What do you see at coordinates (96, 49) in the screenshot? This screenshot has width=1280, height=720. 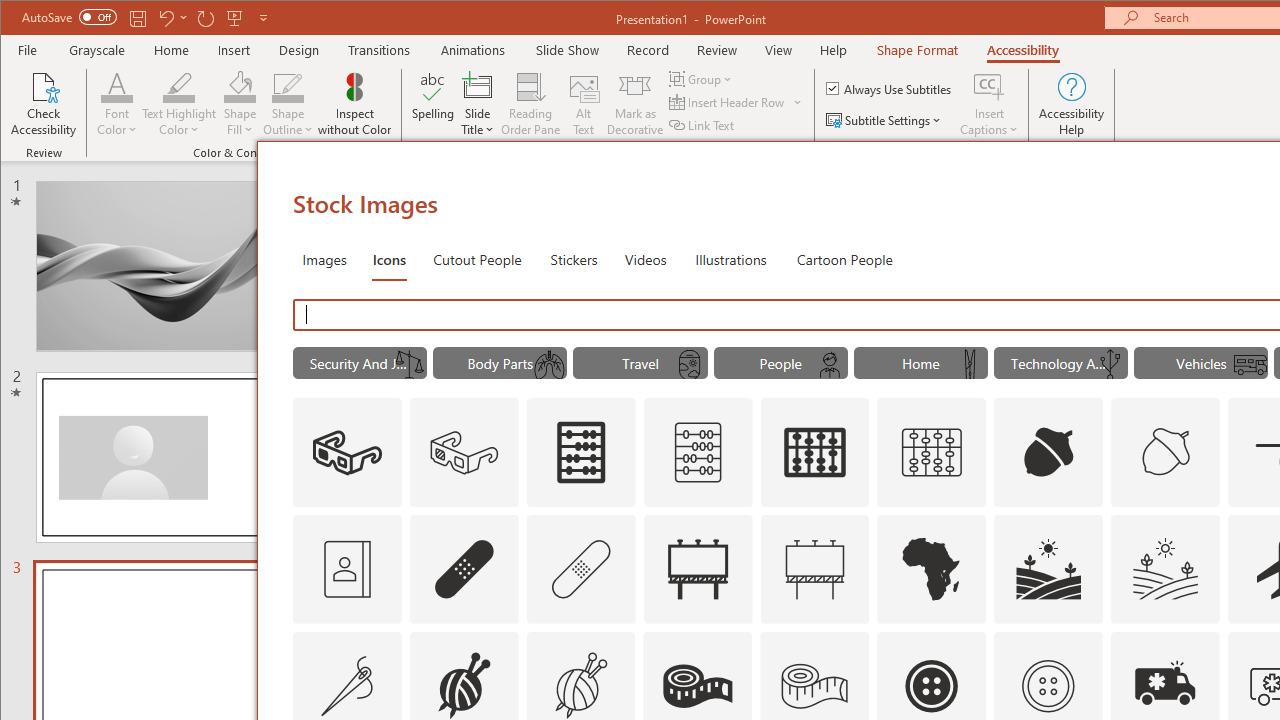 I see `'Grayscale'` at bounding box center [96, 49].